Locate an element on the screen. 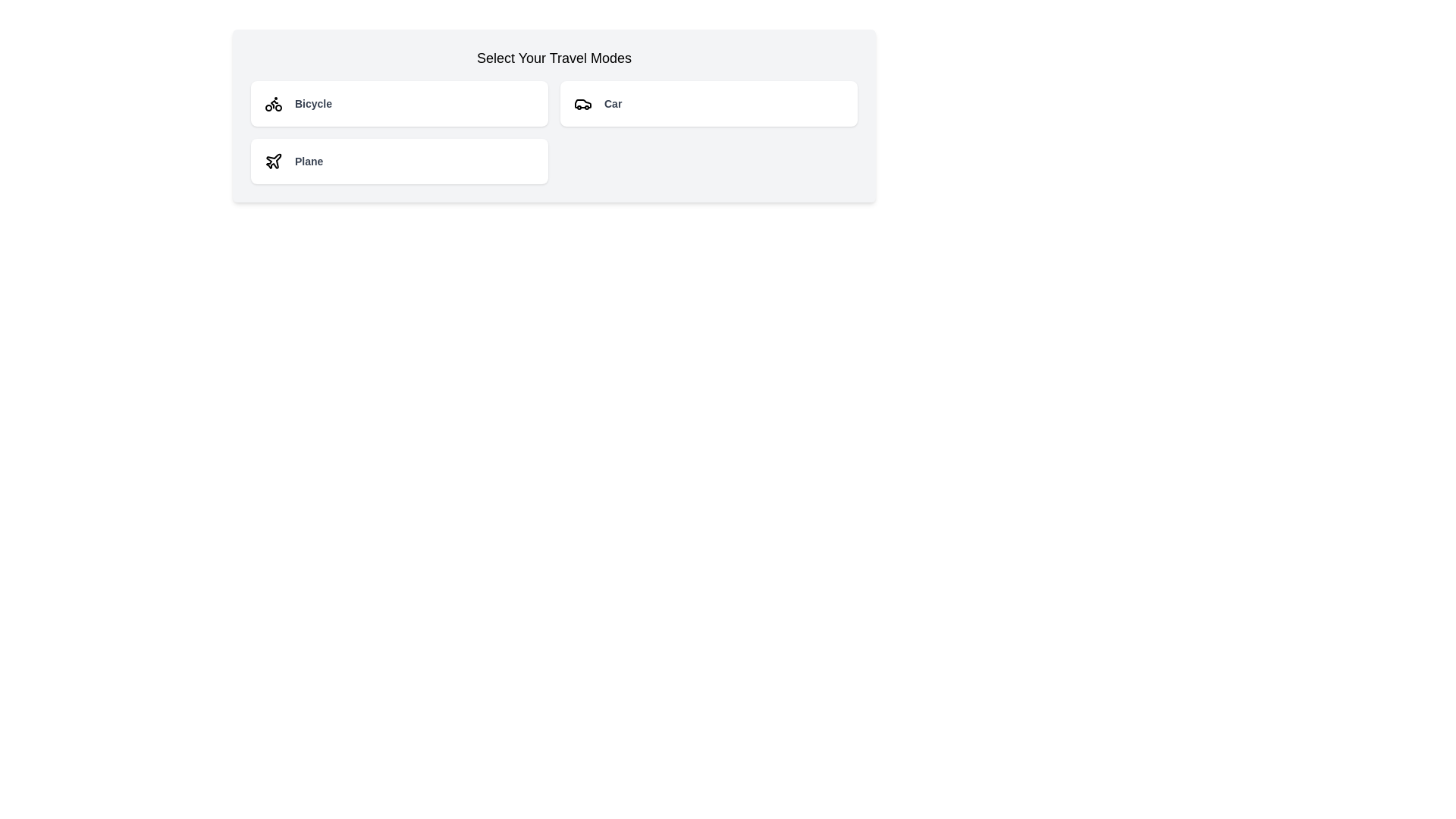 The image size is (1456, 819). the button containing the car icon, which is the second option for selecting 'Car' as the travel mode in the travel mode selection interface located in the top-right section is located at coordinates (582, 103).